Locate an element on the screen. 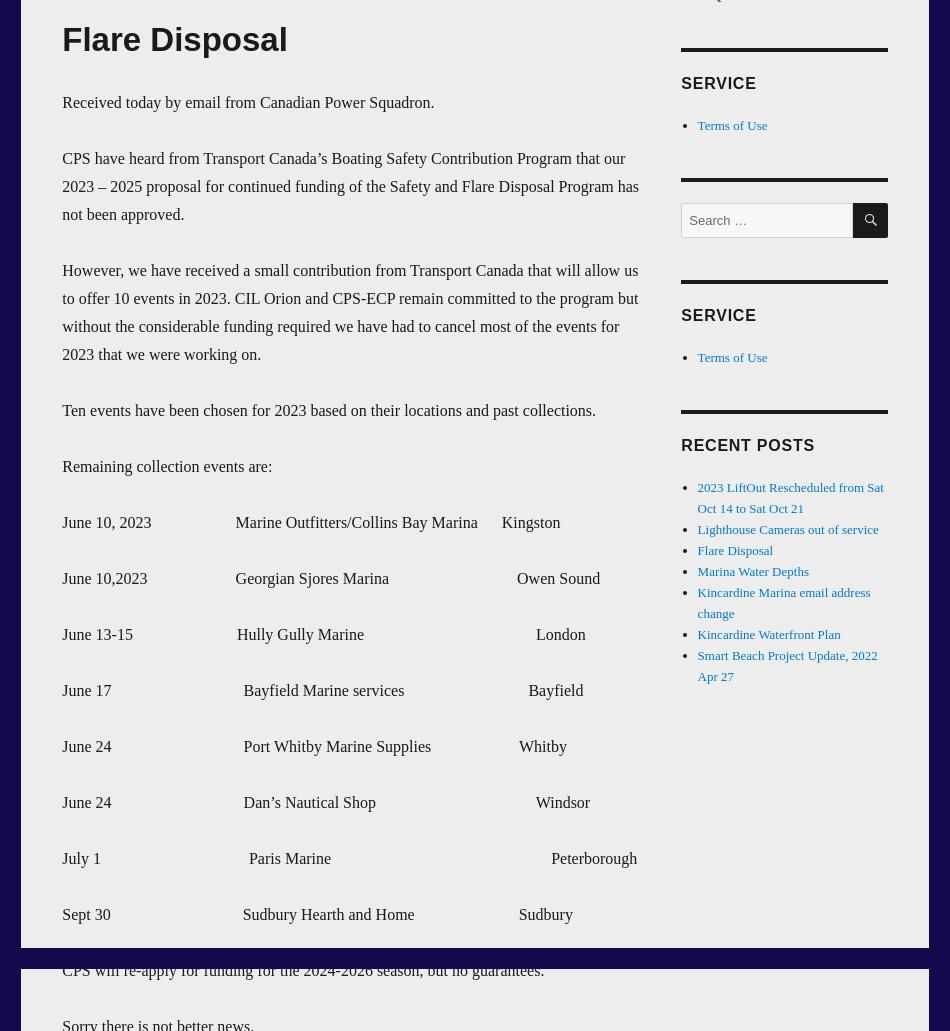  'Ten events have been chosen for 2023 based on their locations and past collections.' is located at coordinates (62, 409).